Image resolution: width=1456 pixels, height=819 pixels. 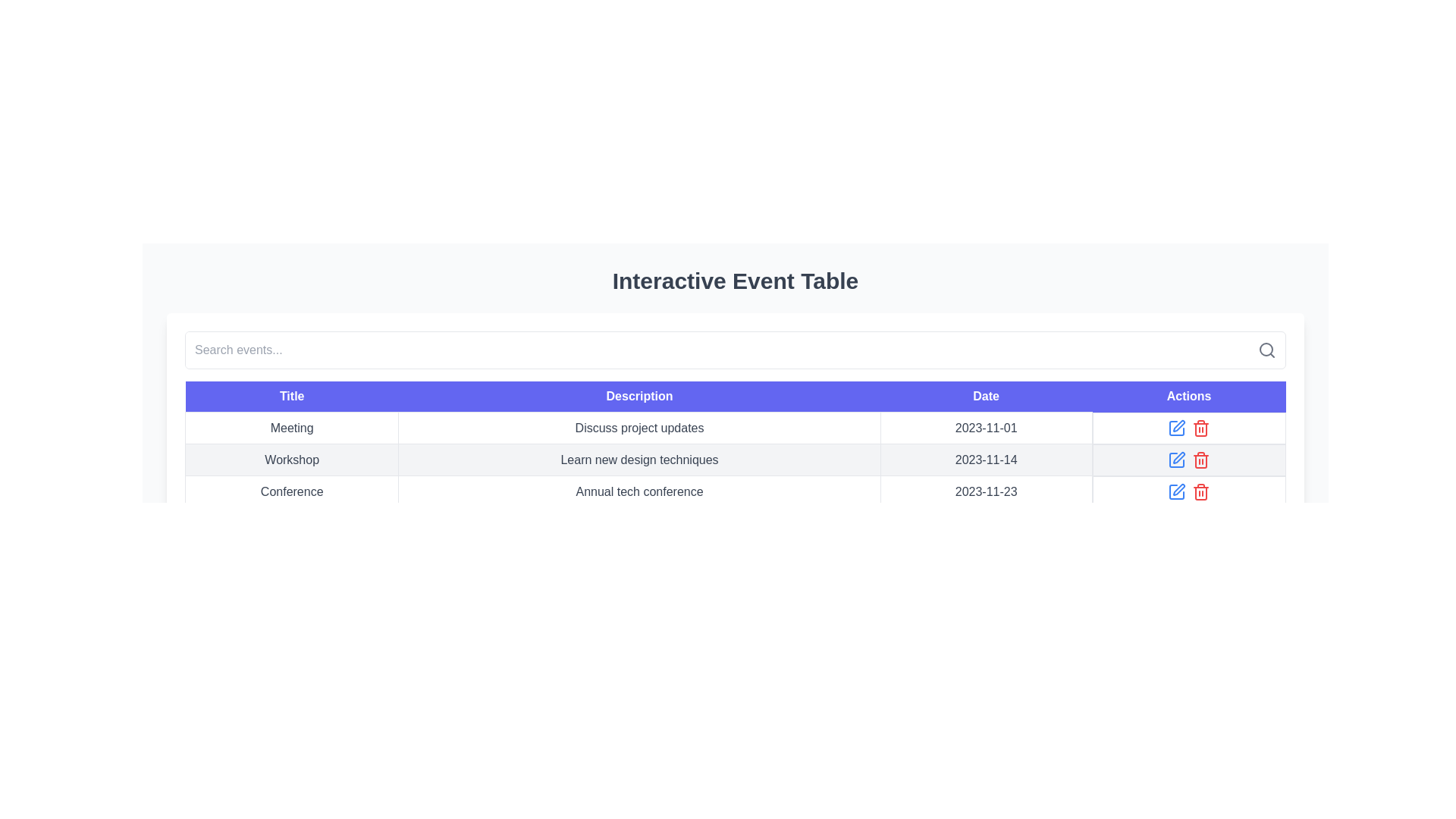 I want to click on the red trash can icon in the Actions column of the second row, so click(x=1188, y=459).